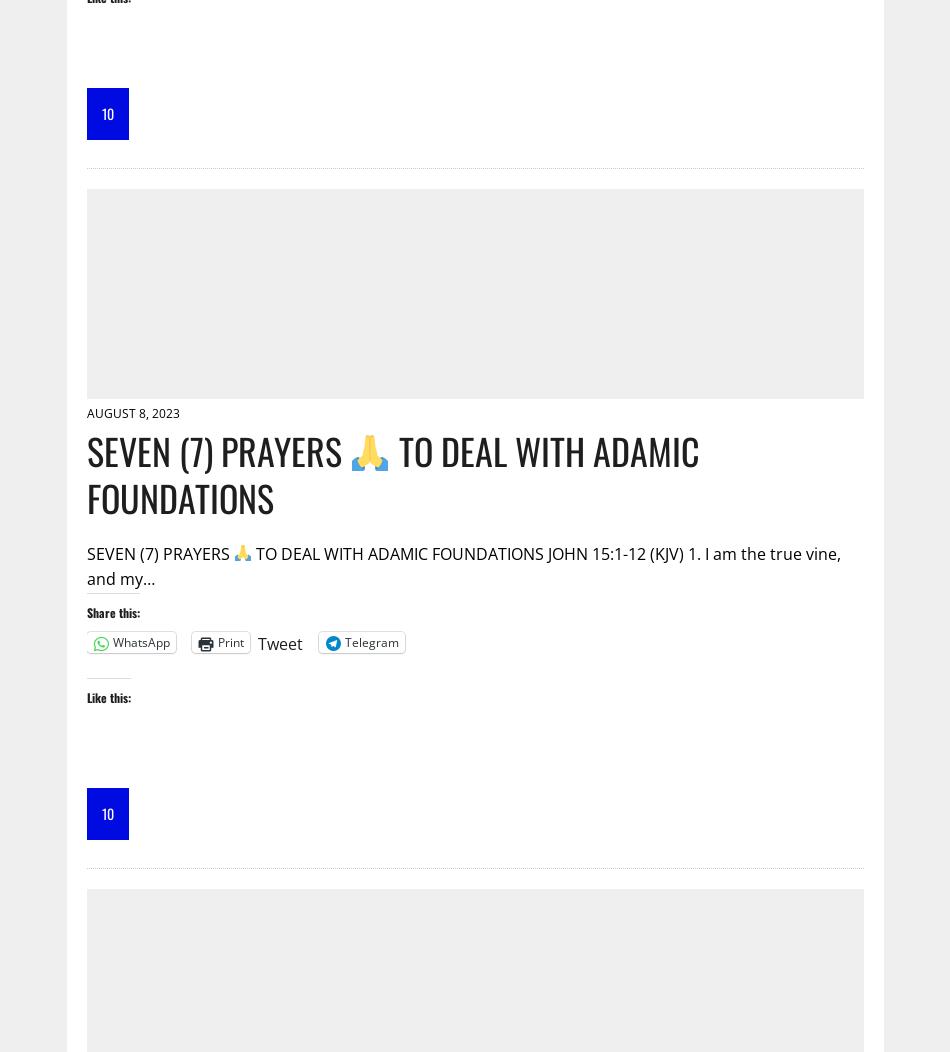 Image resolution: width=950 pixels, height=1052 pixels. What do you see at coordinates (140, 642) in the screenshot?
I see `'WhatsApp'` at bounding box center [140, 642].